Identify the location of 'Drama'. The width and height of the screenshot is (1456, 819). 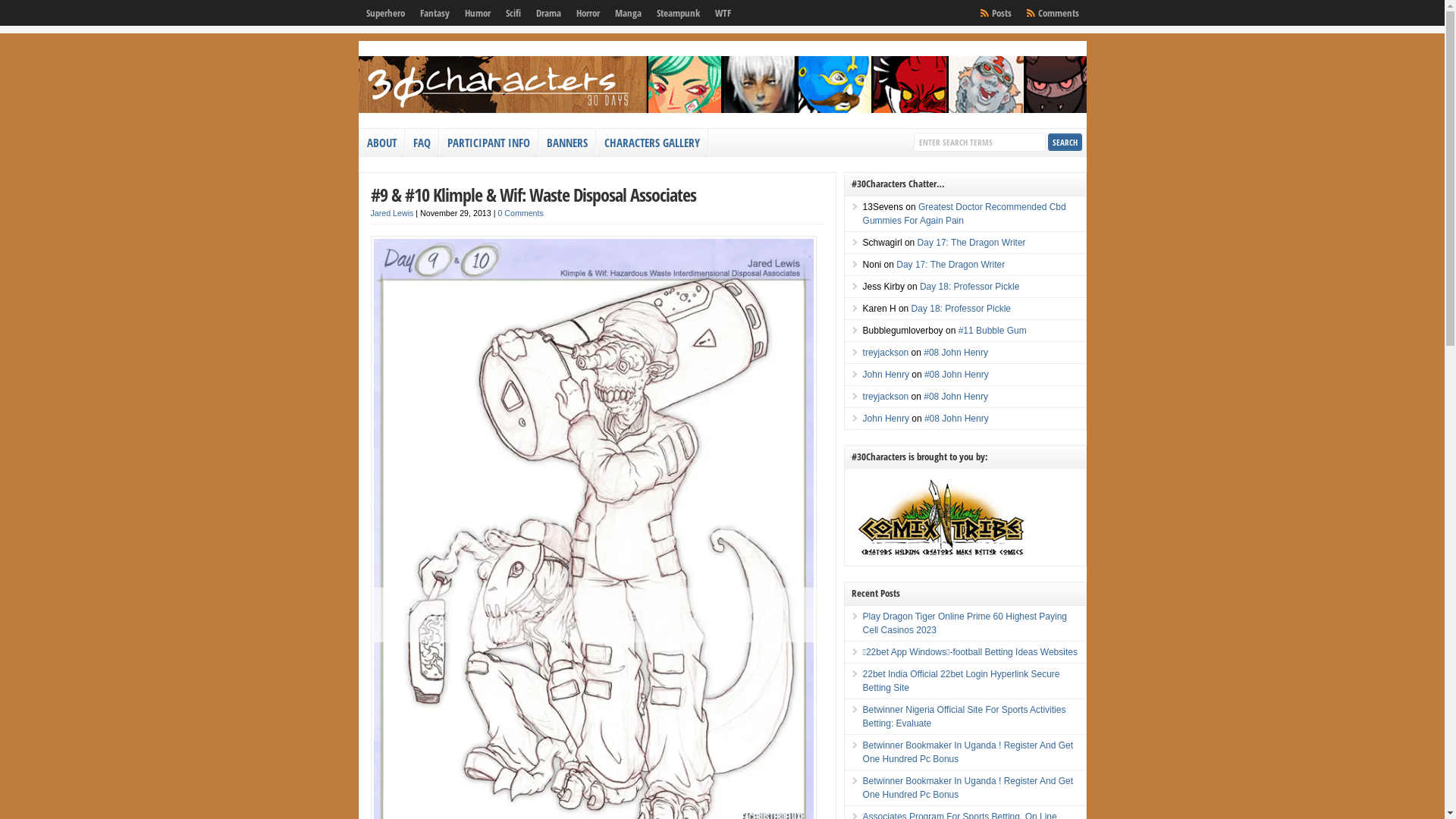
(547, 12).